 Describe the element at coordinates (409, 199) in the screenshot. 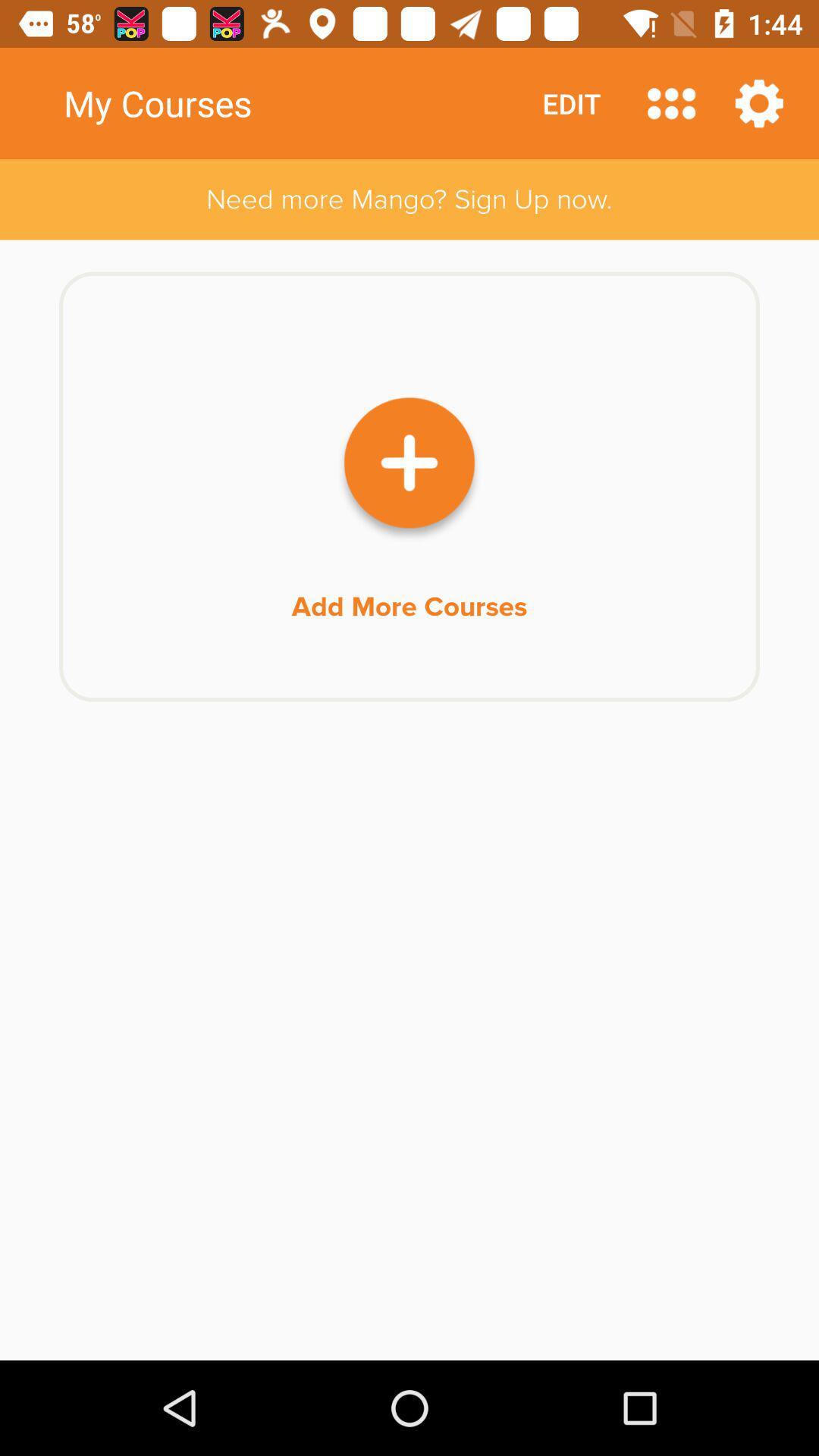

I see `icon below the edit` at that location.